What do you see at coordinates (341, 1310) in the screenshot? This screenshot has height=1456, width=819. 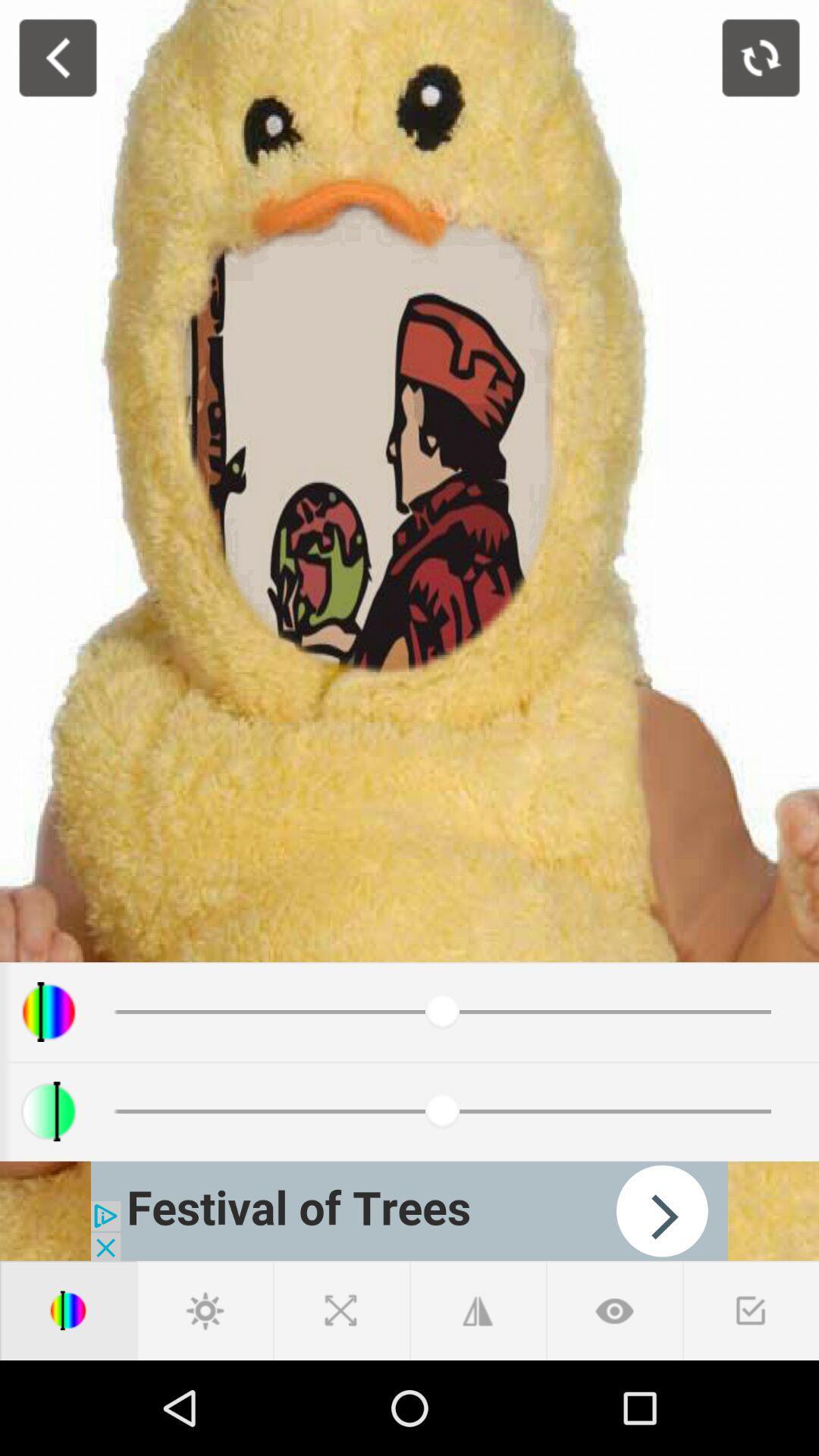 I see `the fullscreen icon` at bounding box center [341, 1310].